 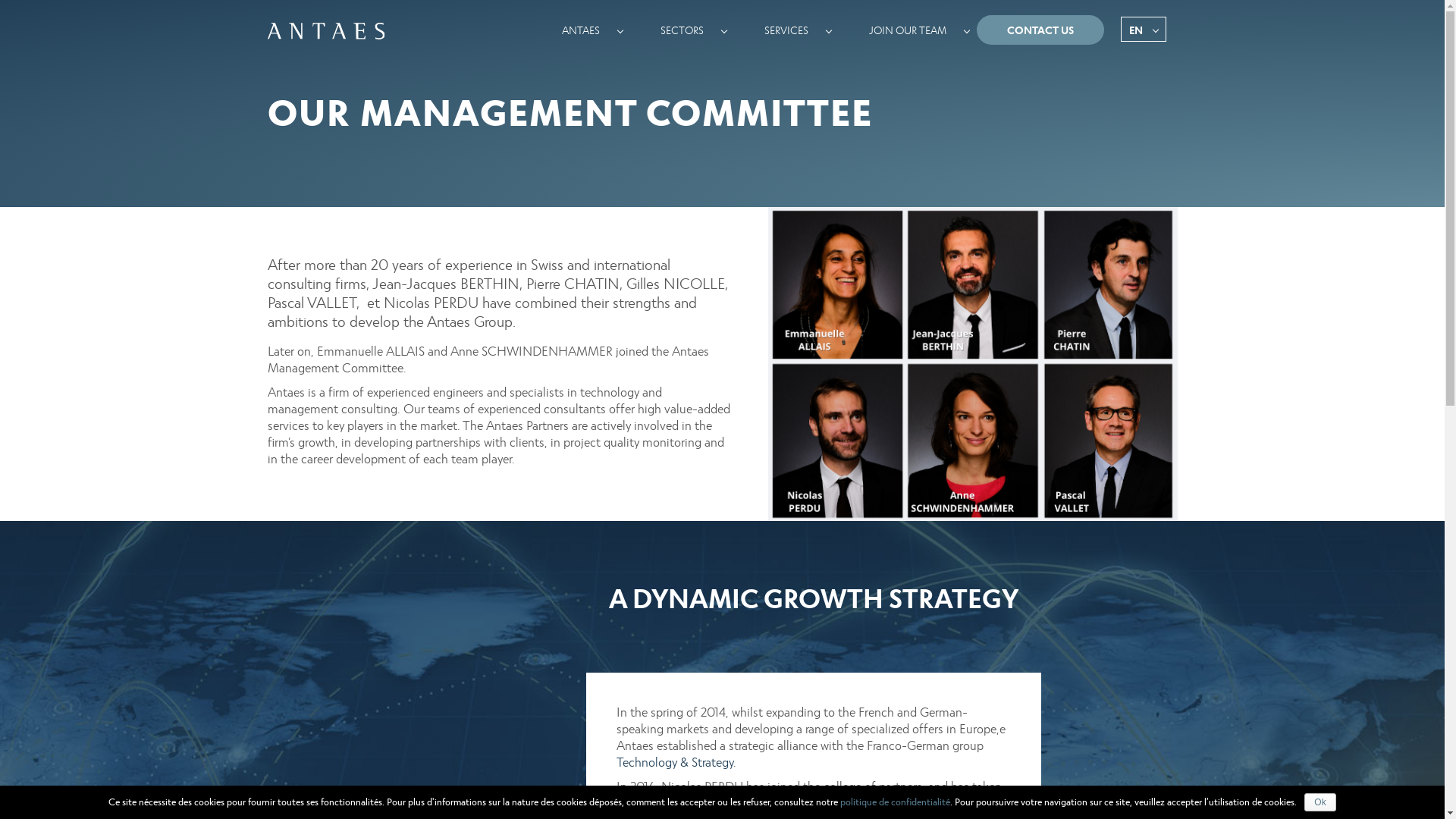 What do you see at coordinates (1040, 30) in the screenshot?
I see `'CONTACT US'` at bounding box center [1040, 30].